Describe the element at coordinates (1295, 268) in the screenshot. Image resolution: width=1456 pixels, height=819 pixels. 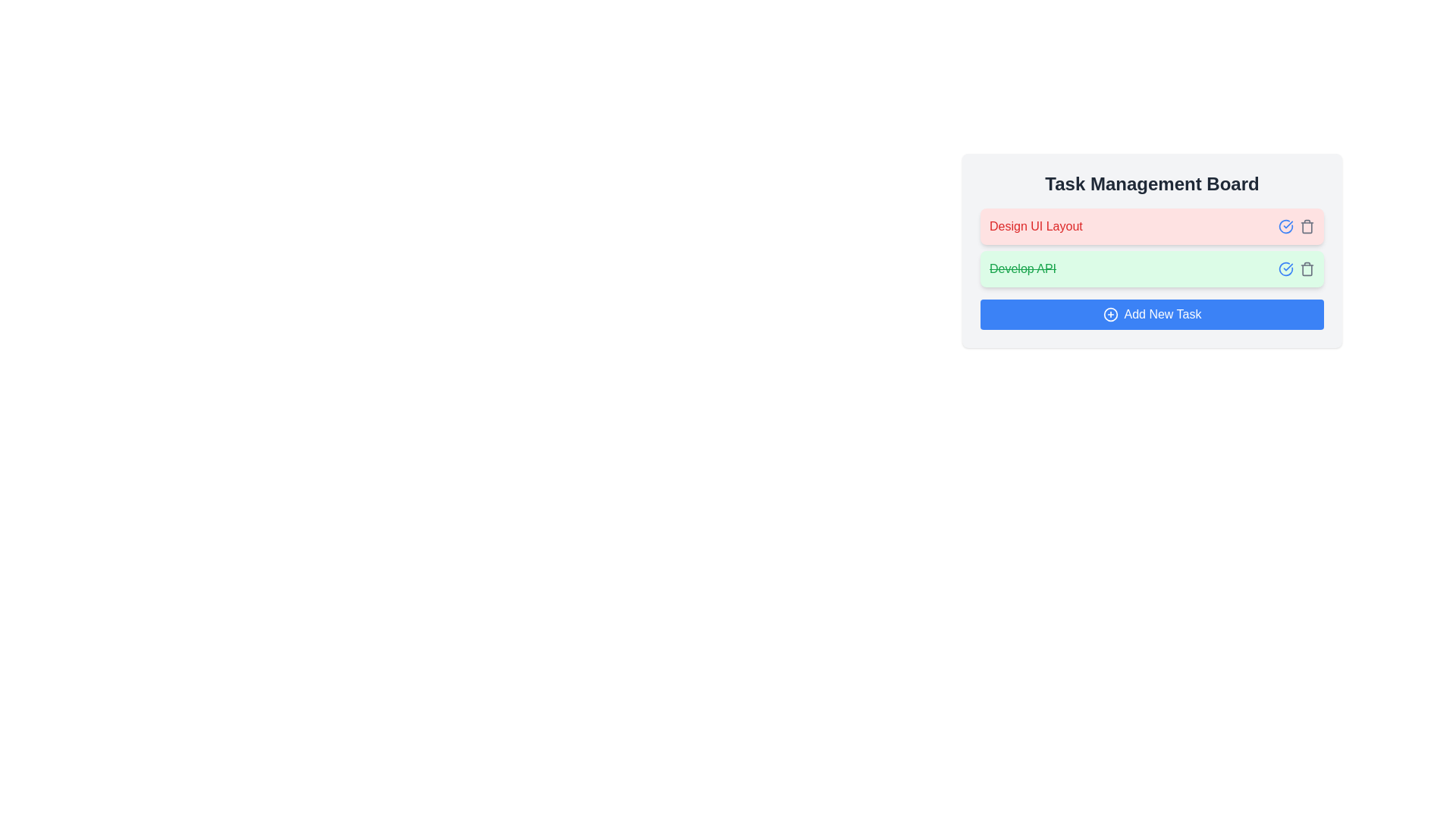
I see `the blue checkmark icon located to the far right of the 'Develop API' task row within the green-bordered task box to mark the task as done` at that location.